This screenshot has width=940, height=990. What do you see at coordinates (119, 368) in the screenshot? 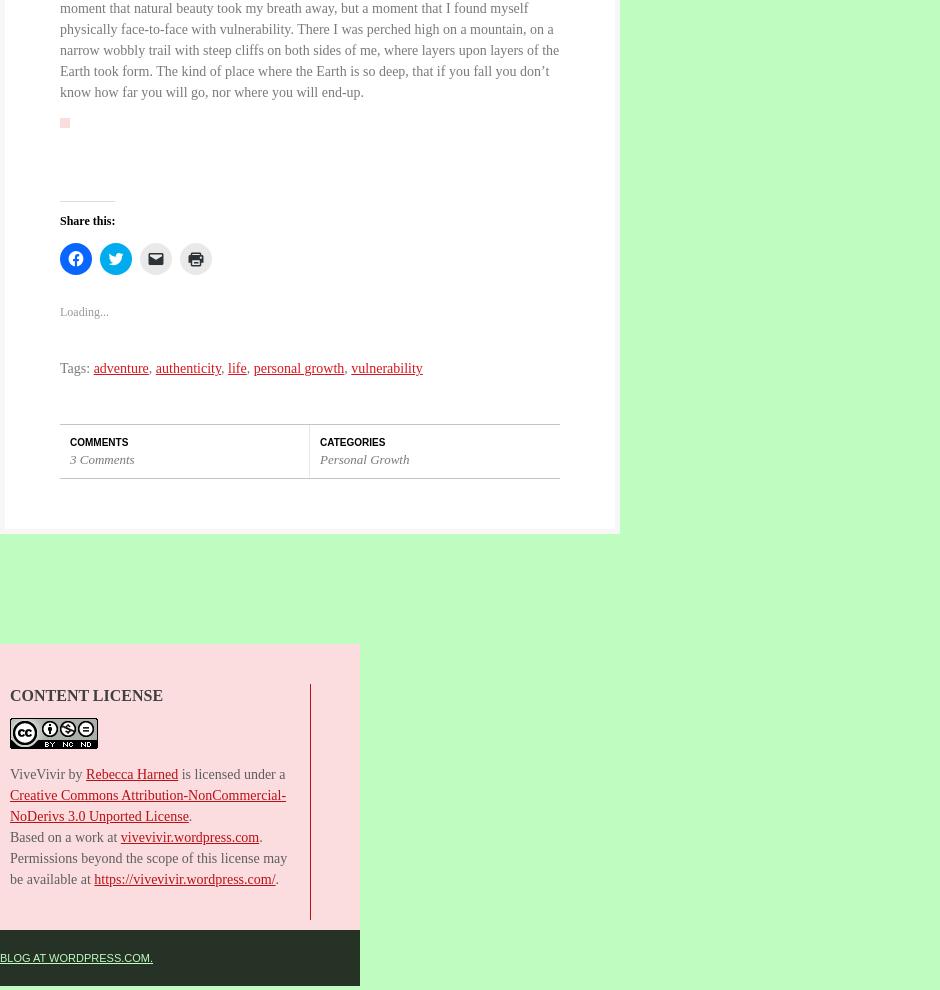
I see `'adventure'` at bounding box center [119, 368].